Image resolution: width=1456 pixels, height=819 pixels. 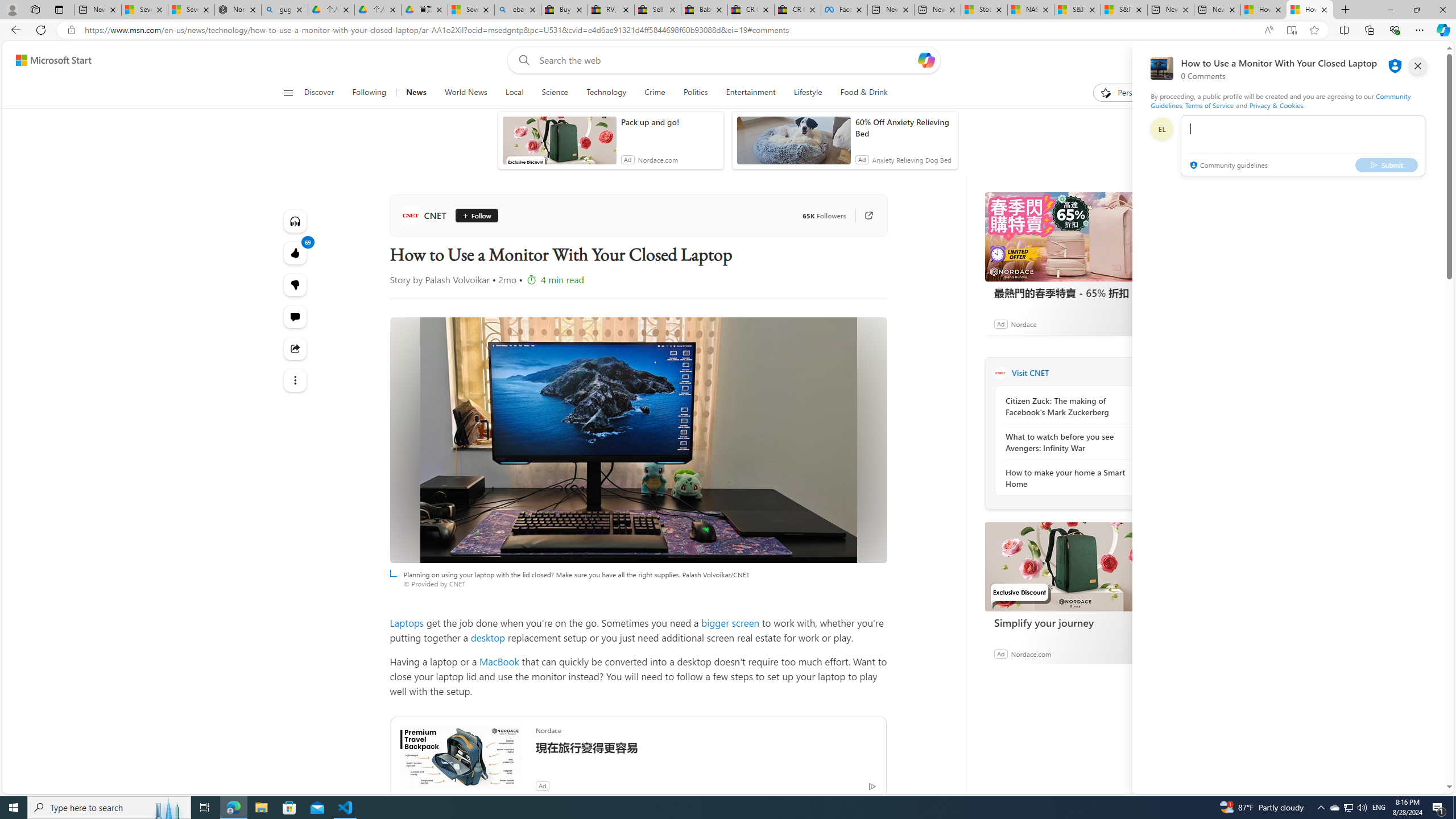 What do you see at coordinates (1066, 442) in the screenshot?
I see `'What to watch before you see Avengers: Infinity War'` at bounding box center [1066, 442].